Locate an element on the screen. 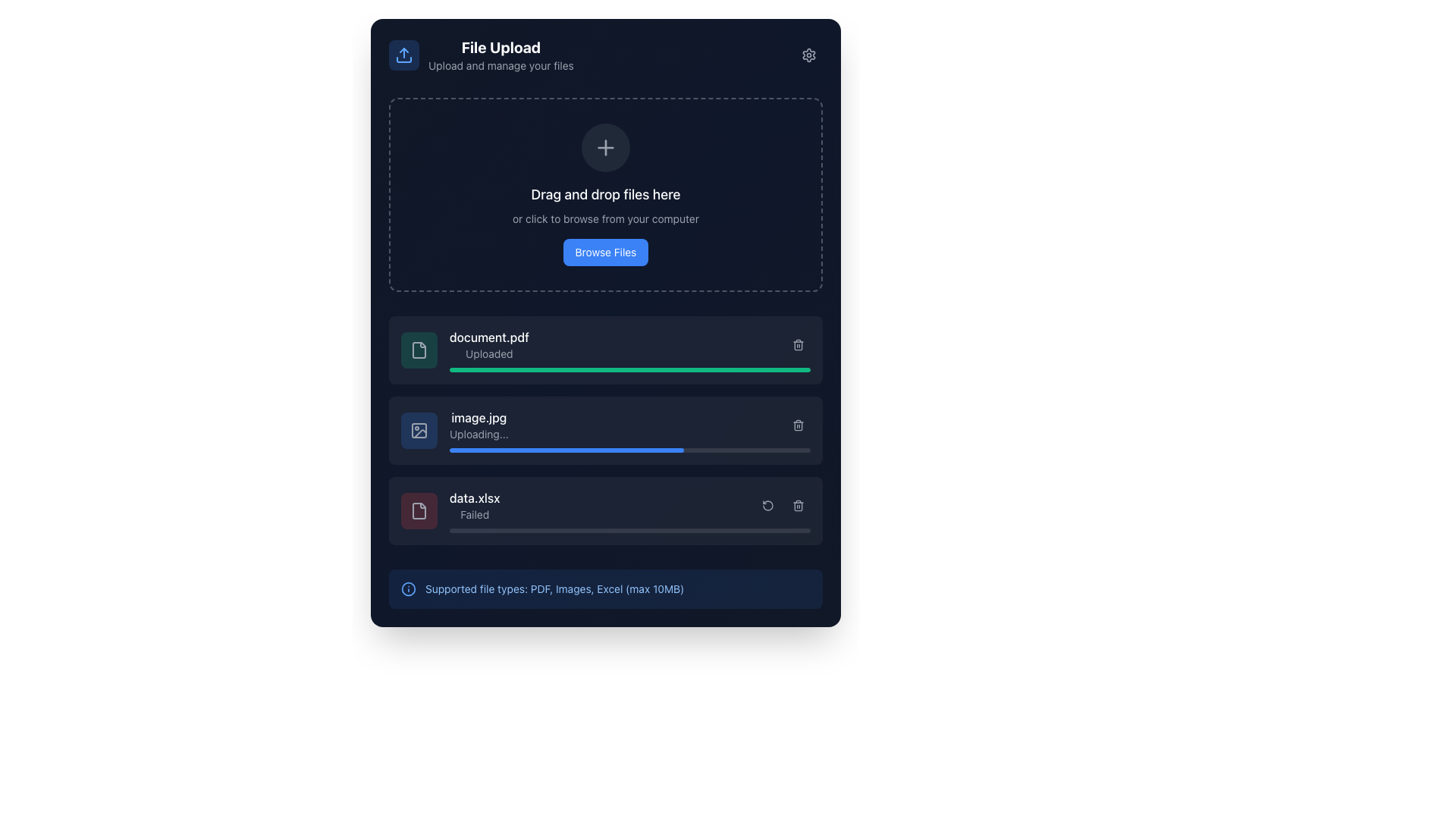  the upload icon, which is a circular button located in the central section of the interface, surrounded by a dashed box area for file uploads is located at coordinates (604, 148).